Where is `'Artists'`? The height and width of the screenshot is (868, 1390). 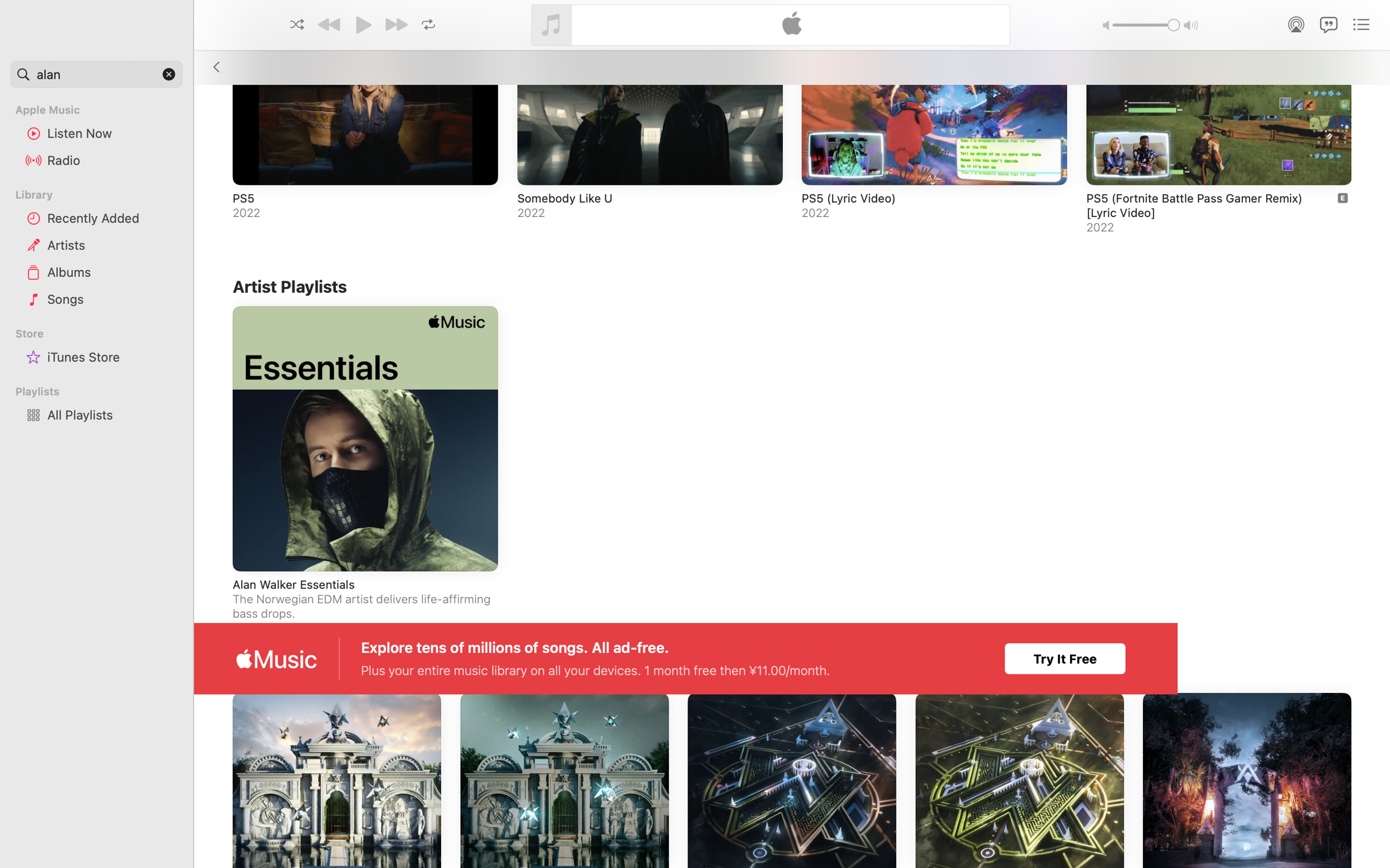 'Artists' is located at coordinates (110, 244).